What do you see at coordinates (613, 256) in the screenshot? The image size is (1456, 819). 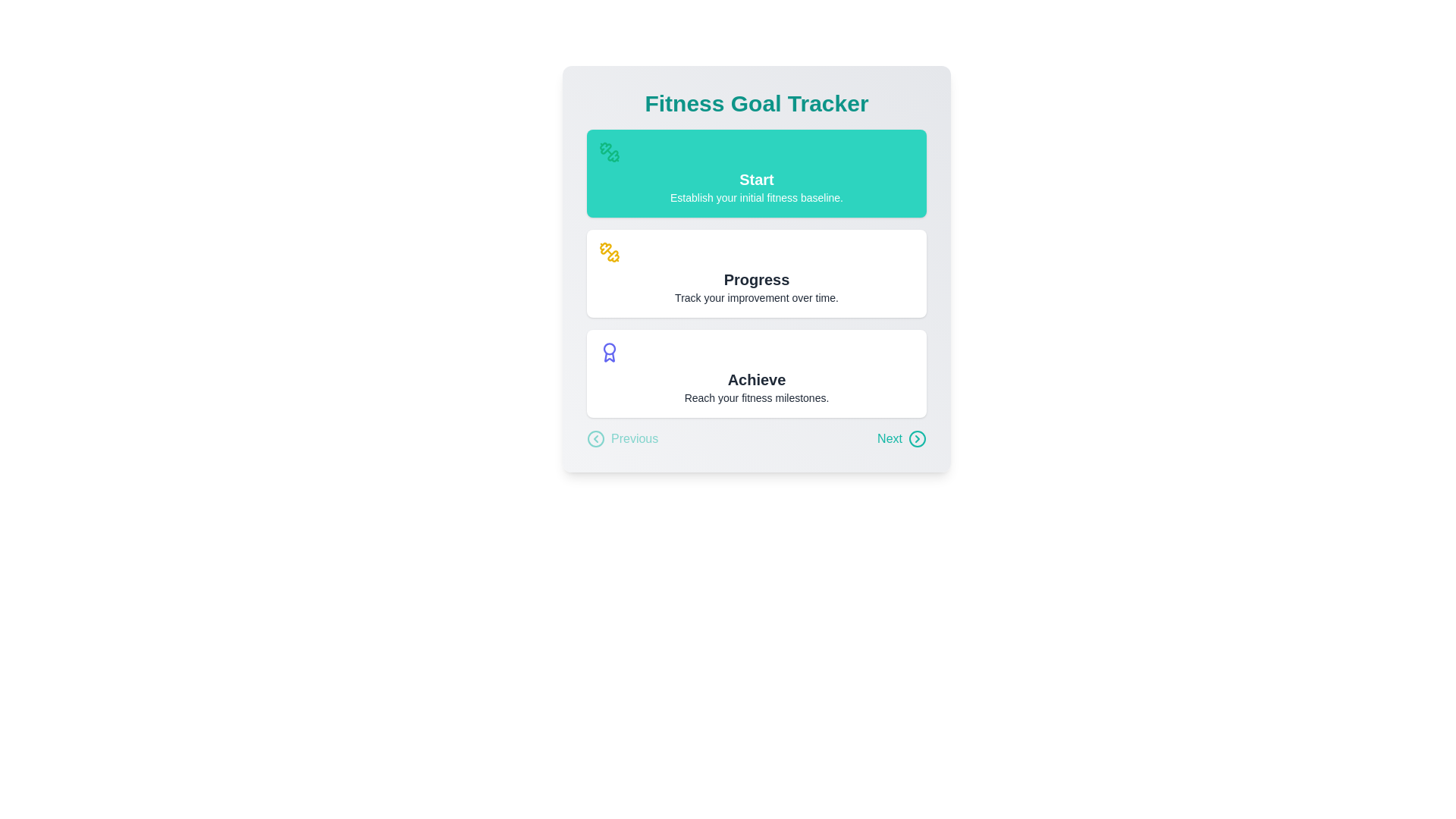 I see `the yellow icon element located at the top-left corner of the 'Progress' card, enhancing user understanding of the progress section` at bounding box center [613, 256].